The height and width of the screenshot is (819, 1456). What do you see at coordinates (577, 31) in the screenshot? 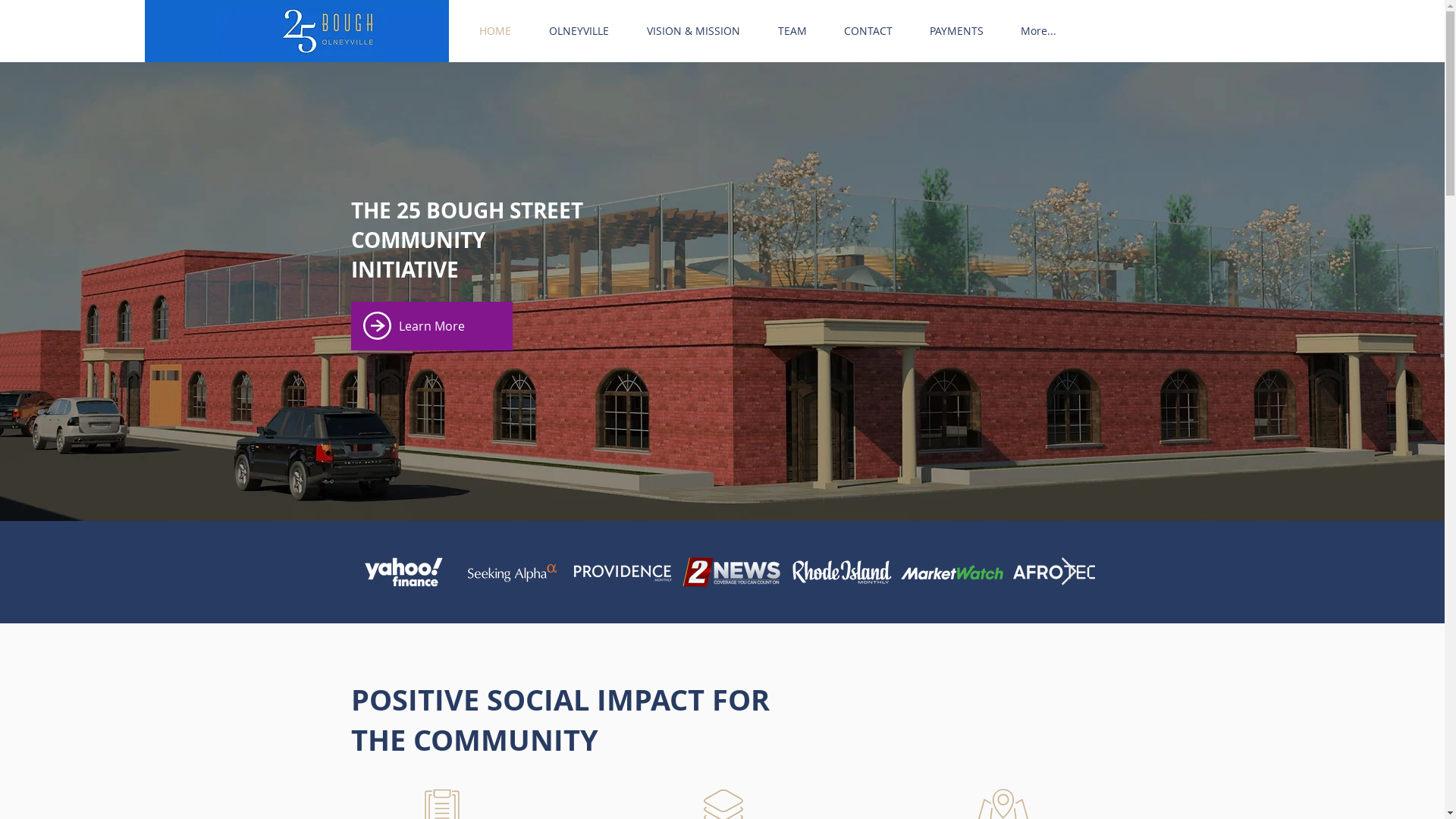
I see `'OLNEYVILLE'` at bounding box center [577, 31].